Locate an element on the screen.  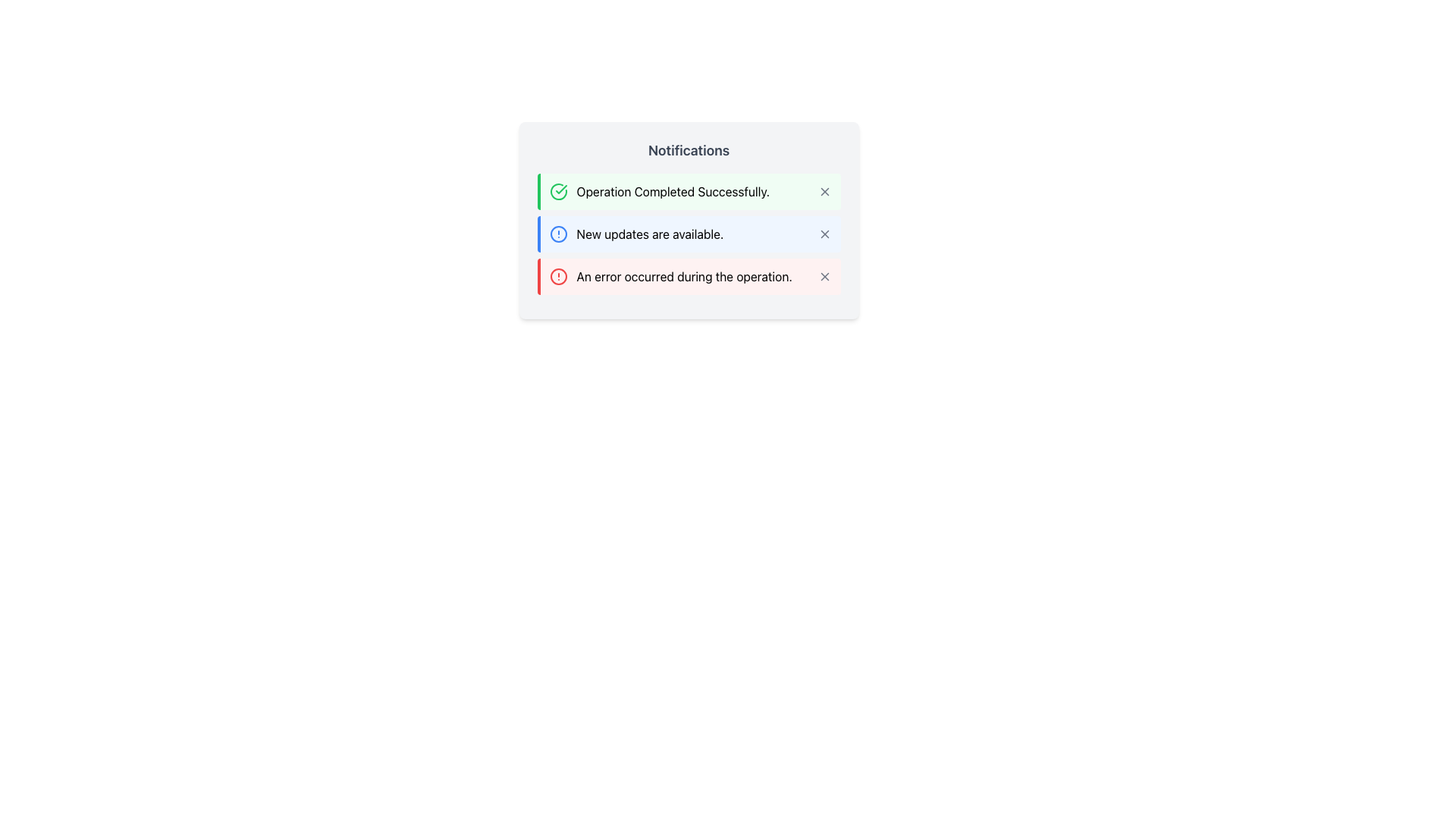
the notification toast that indicates 'Operation Completed Successfully.' is located at coordinates (688, 191).